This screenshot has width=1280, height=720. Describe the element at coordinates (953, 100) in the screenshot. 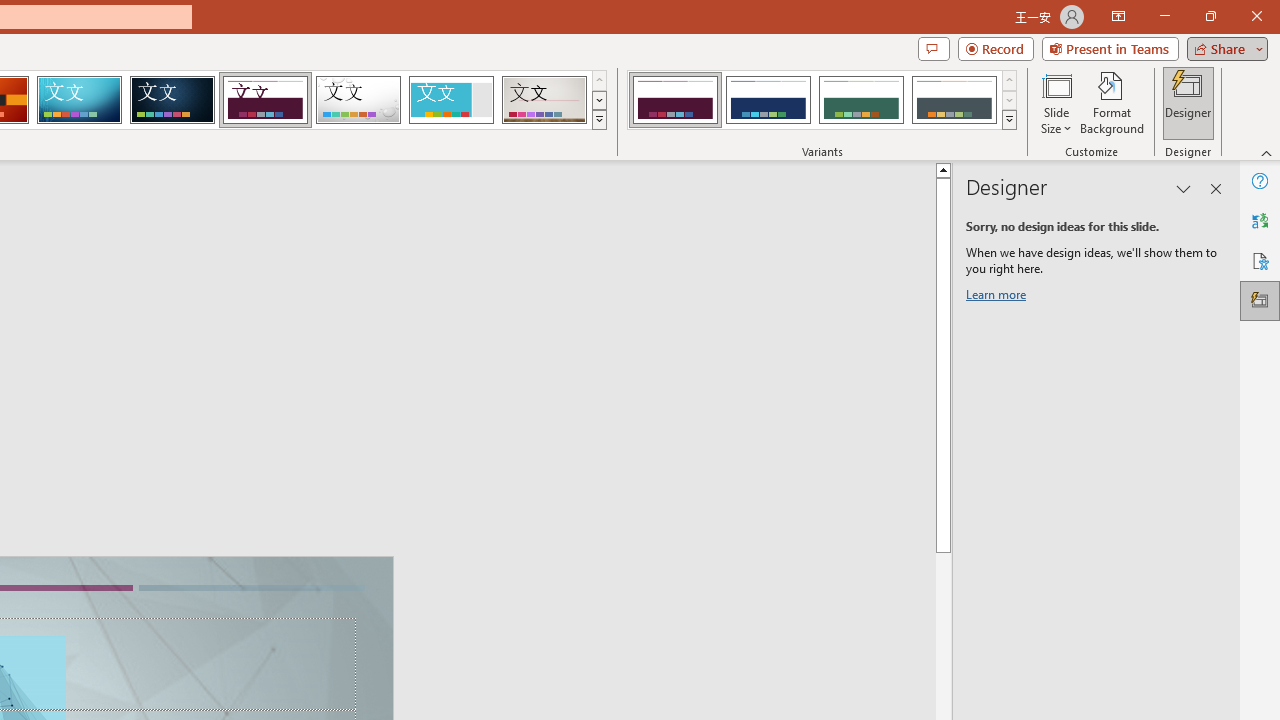

I see `'Dividend Variant 4'` at that location.